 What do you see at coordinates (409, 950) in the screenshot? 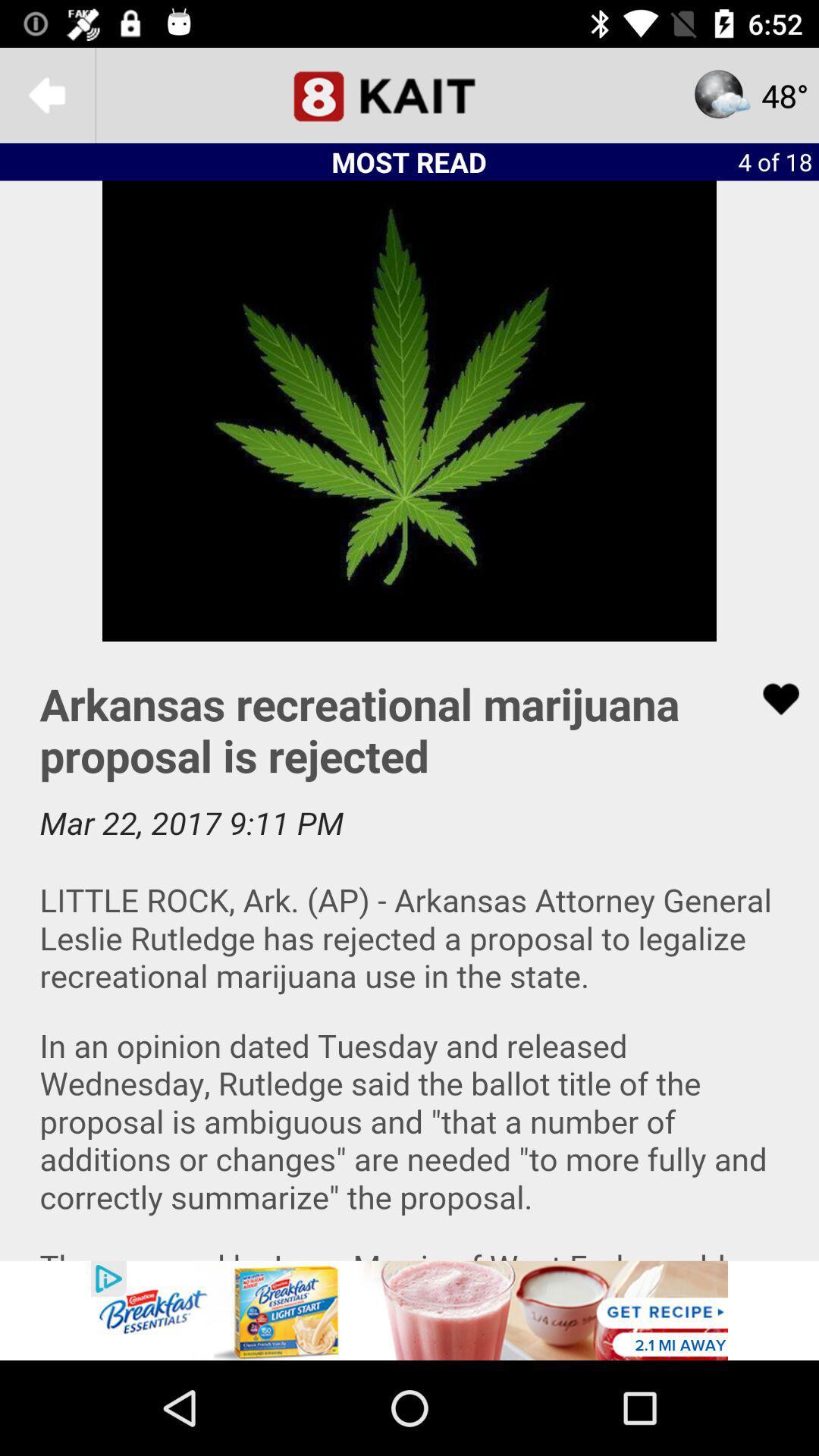
I see `advertisement page` at bounding box center [409, 950].